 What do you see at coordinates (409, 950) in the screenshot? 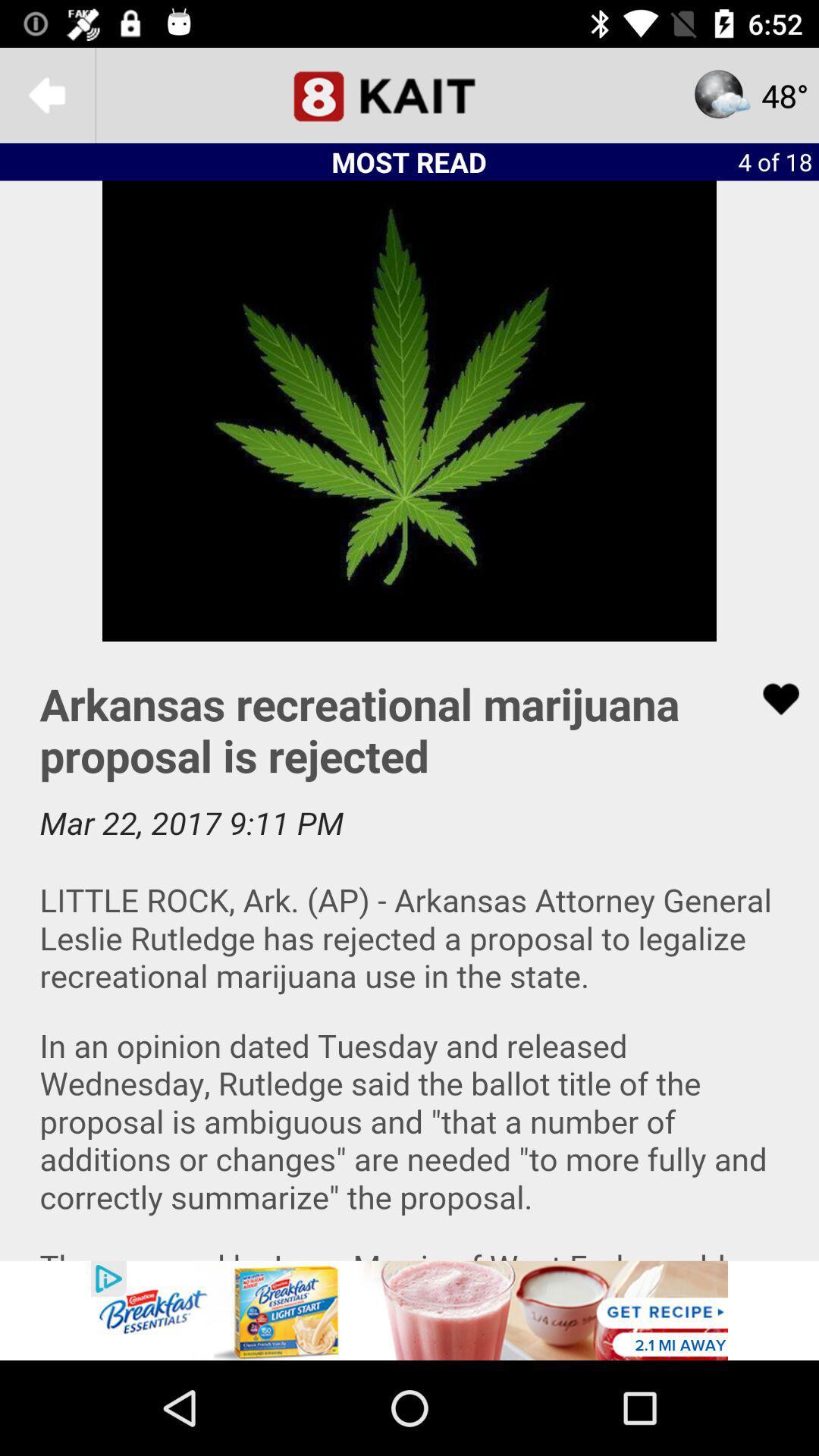
I see `advertisement page` at bounding box center [409, 950].